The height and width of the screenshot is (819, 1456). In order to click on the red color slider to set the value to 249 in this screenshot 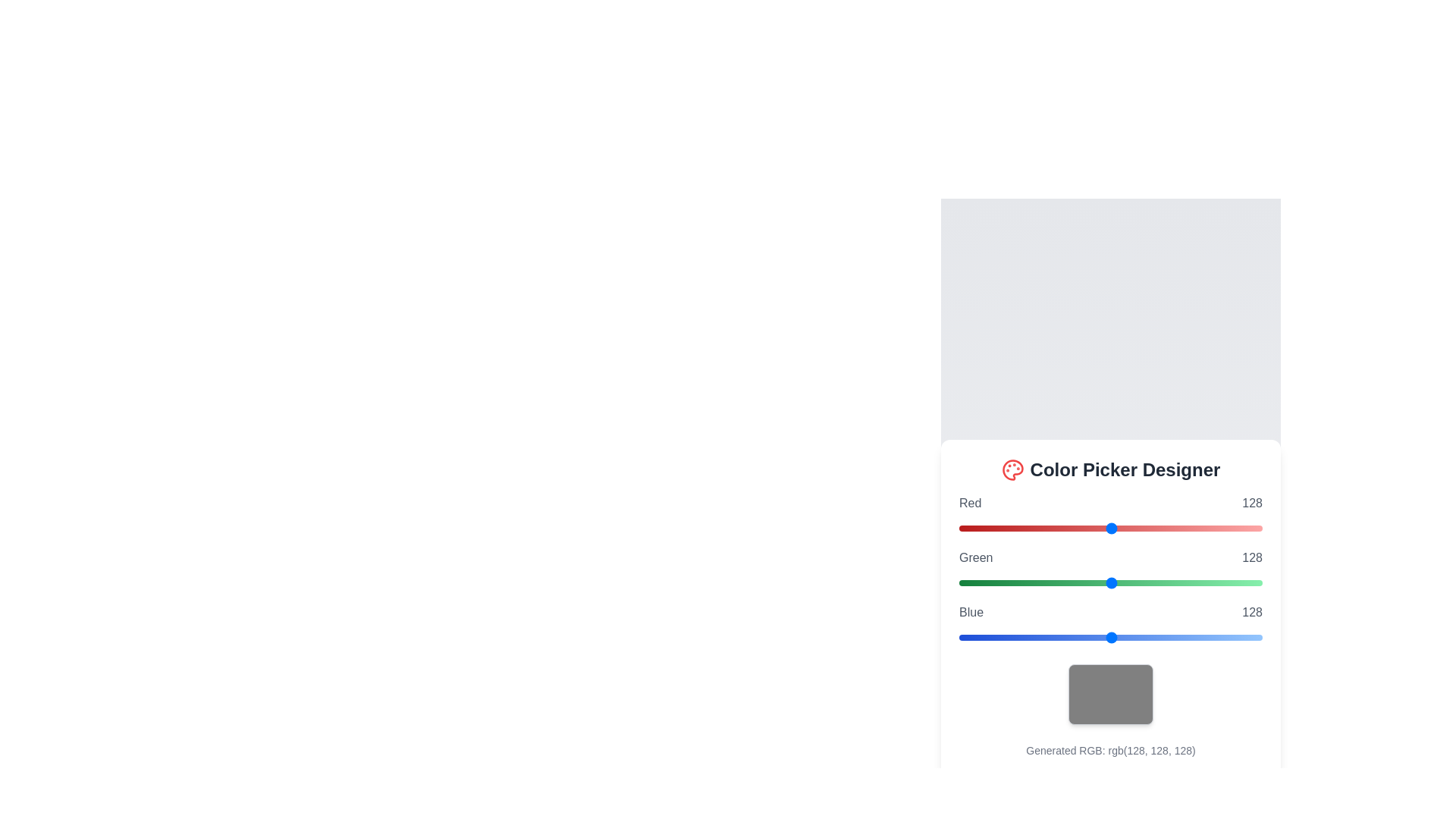, I will do `click(1255, 528)`.